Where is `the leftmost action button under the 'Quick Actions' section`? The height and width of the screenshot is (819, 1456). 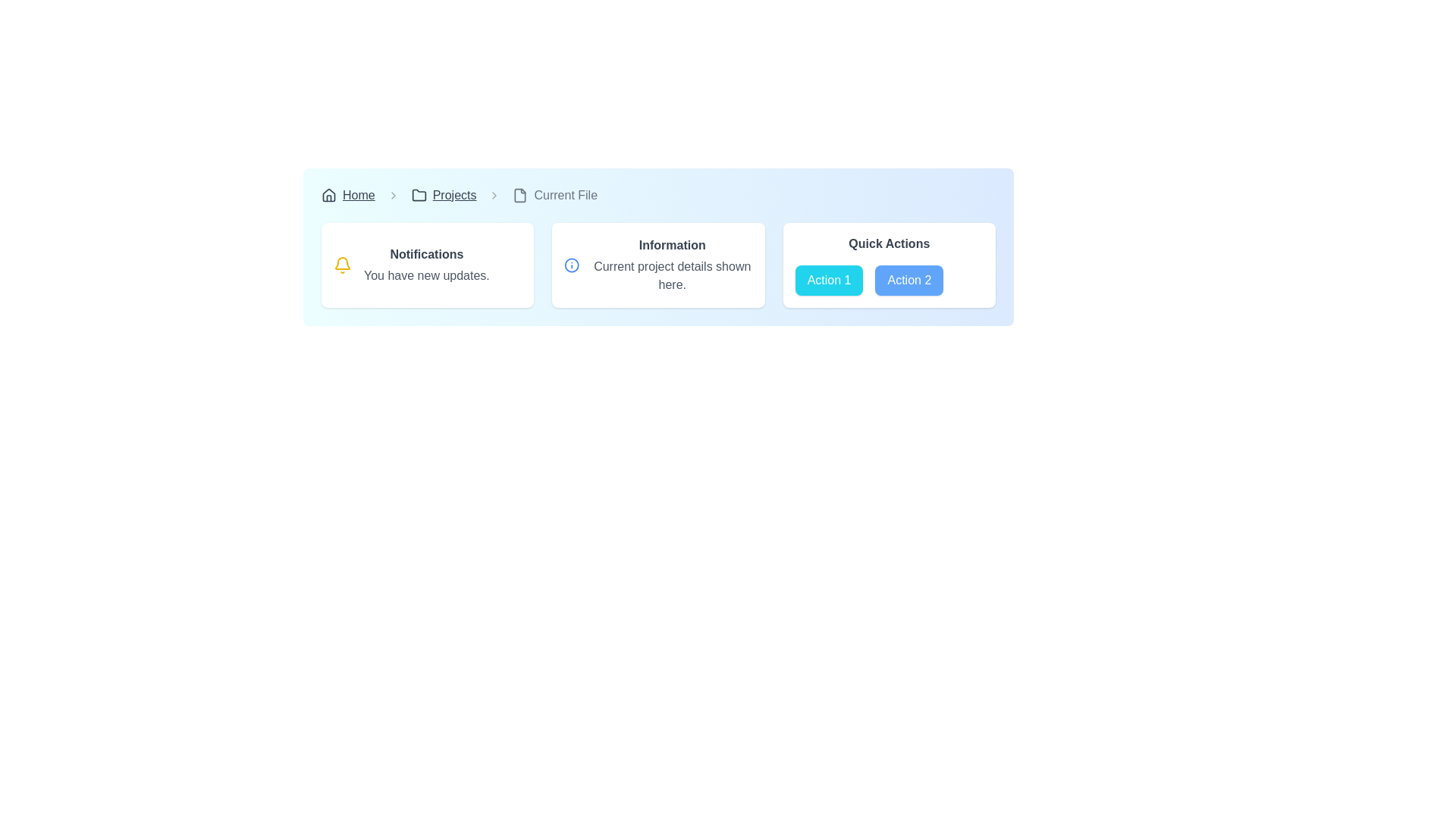
the leftmost action button under the 'Quick Actions' section is located at coordinates (828, 281).